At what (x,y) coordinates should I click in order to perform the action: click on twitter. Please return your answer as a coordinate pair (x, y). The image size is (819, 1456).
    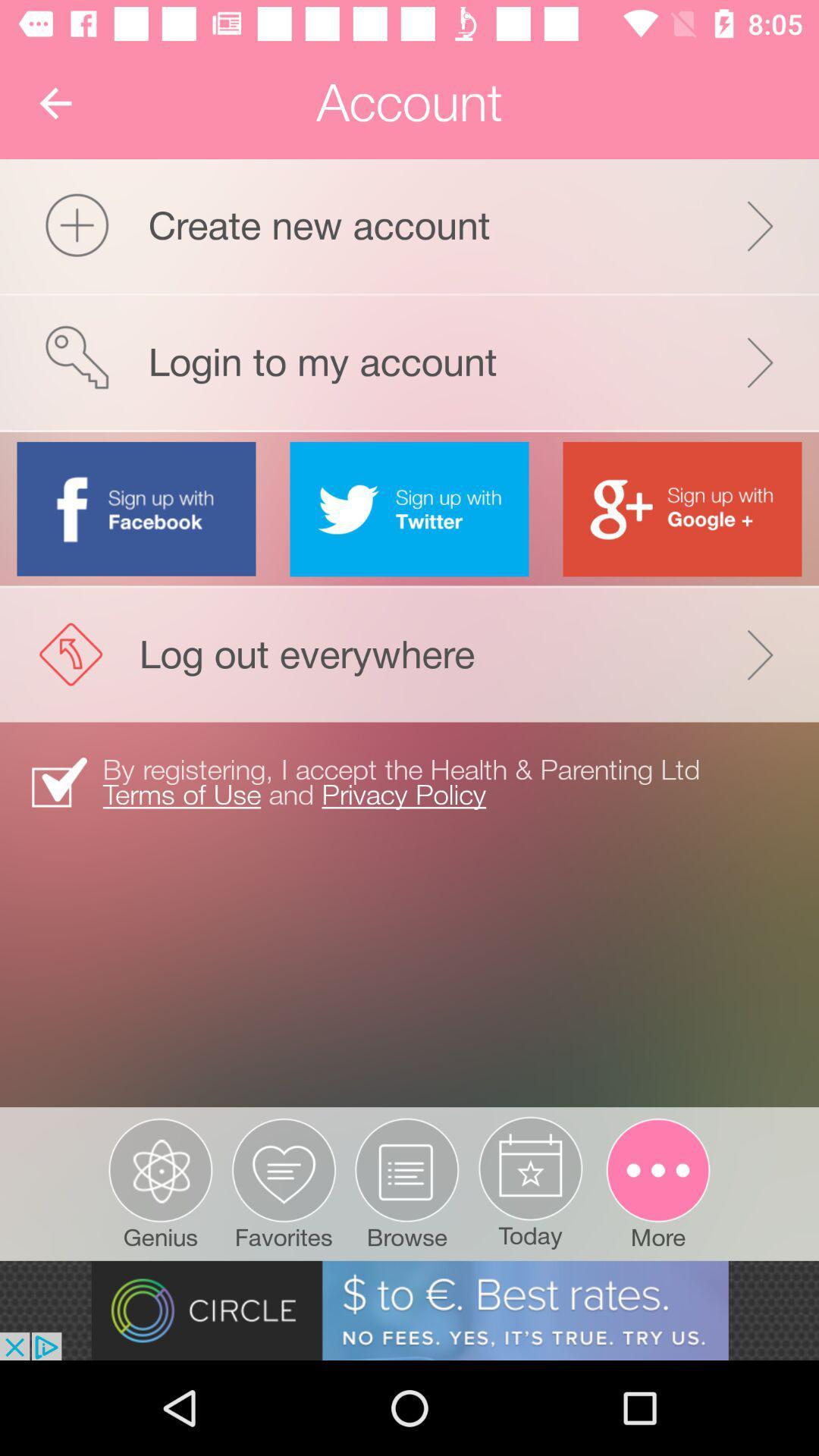
    Looking at the image, I should click on (409, 509).